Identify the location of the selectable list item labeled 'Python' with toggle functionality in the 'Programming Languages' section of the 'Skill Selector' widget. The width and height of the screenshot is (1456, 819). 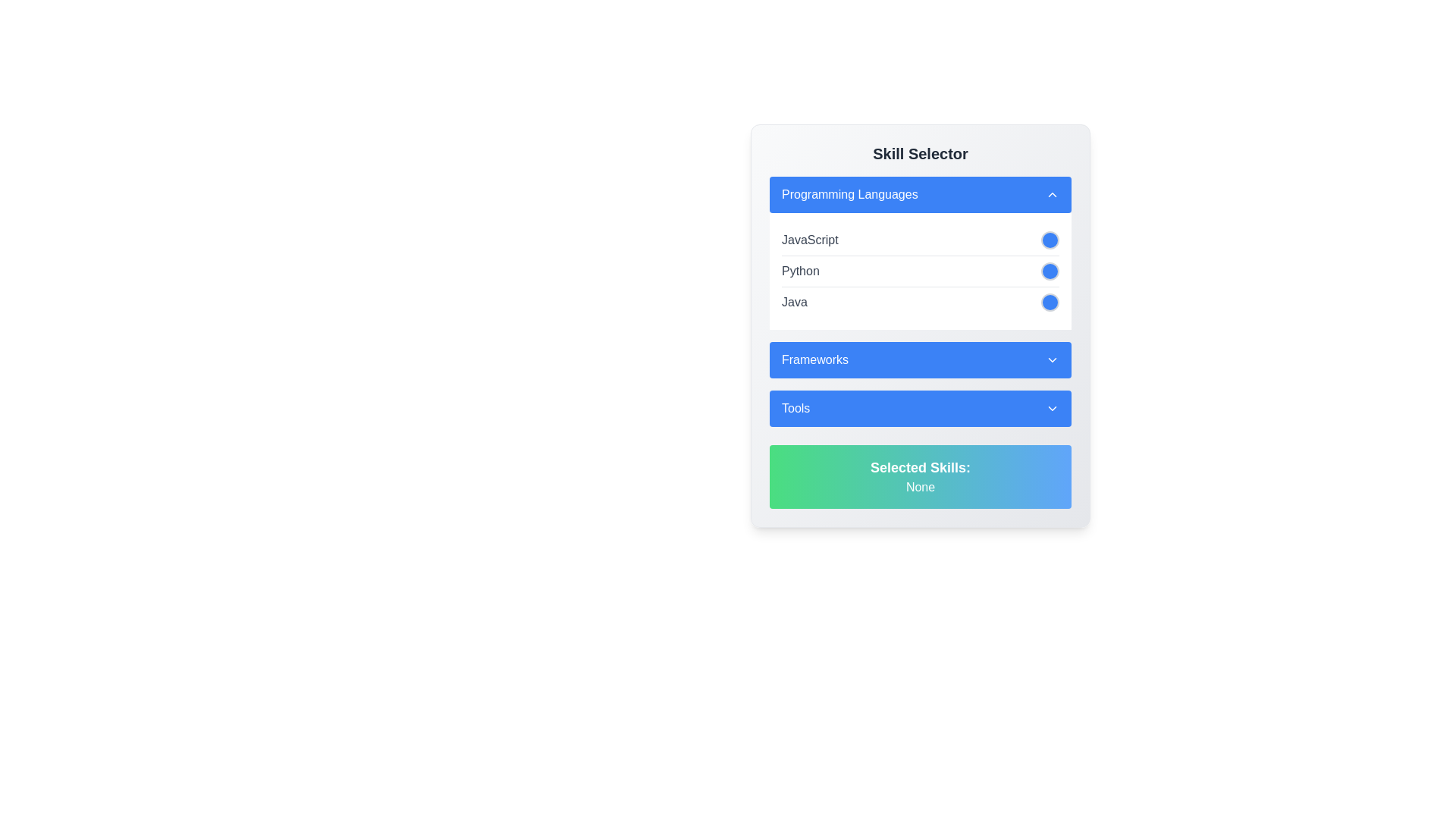
(920, 270).